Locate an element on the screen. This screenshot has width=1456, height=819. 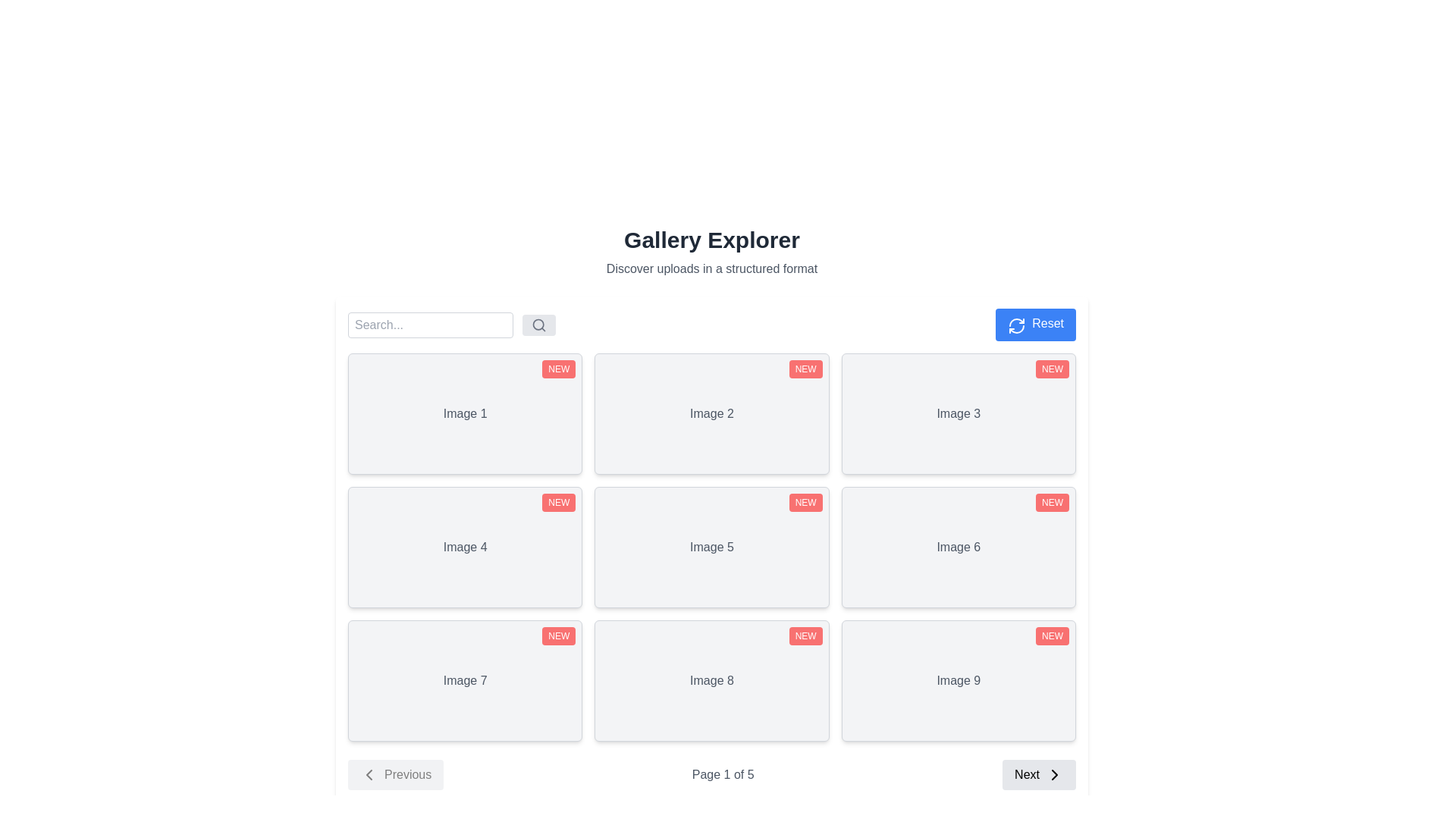
the chevron icon located at the bottom-right corner of the 'Next' button is located at coordinates (1054, 775).